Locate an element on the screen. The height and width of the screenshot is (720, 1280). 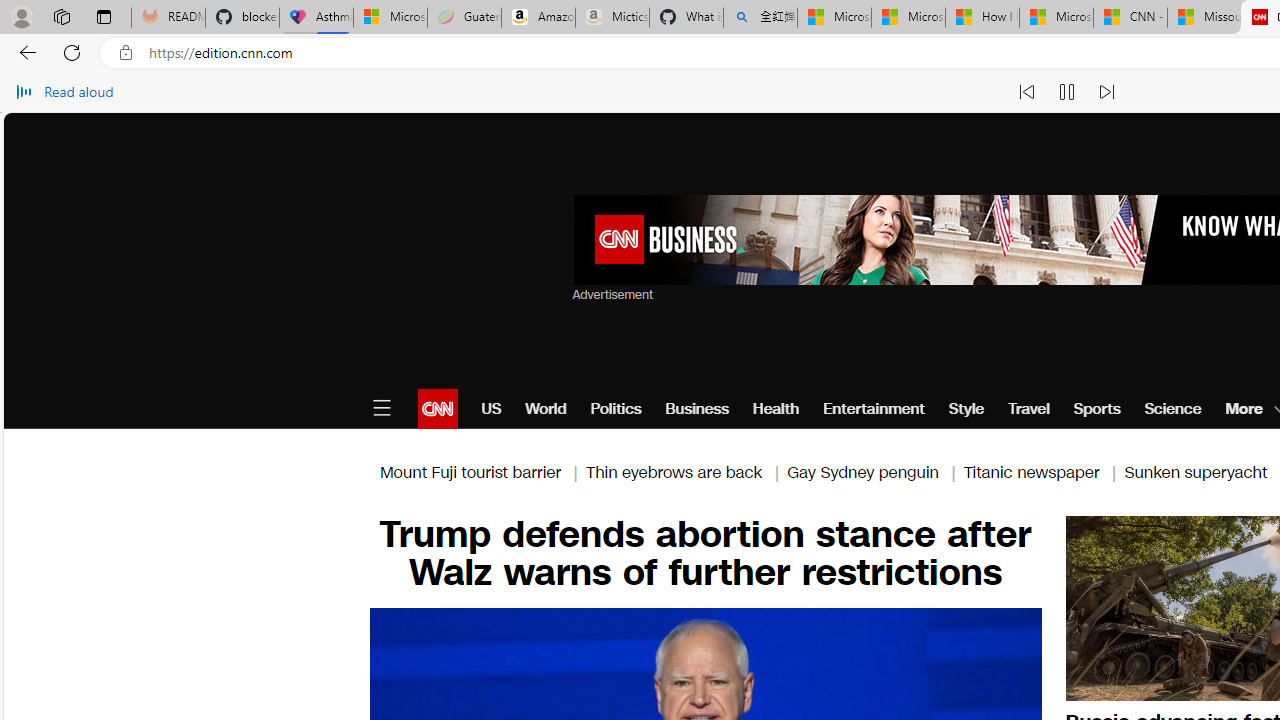
'Mount Fuji tourist barrier |' is located at coordinates (482, 472).